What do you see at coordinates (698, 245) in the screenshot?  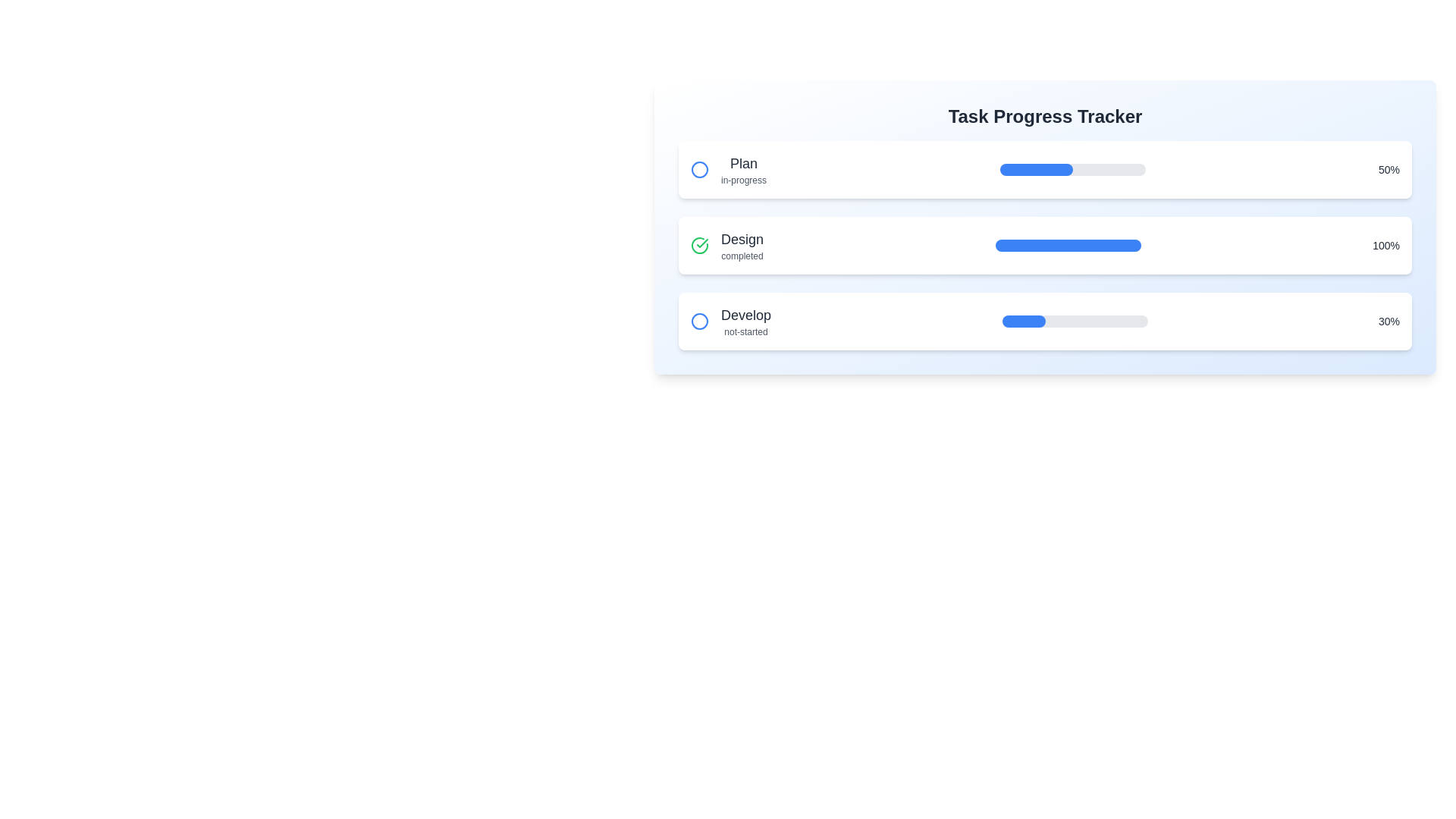 I see `the progress confirmation icon located in the second row of the task progress tracker next to the text 'Design'` at bounding box center [698, 245].